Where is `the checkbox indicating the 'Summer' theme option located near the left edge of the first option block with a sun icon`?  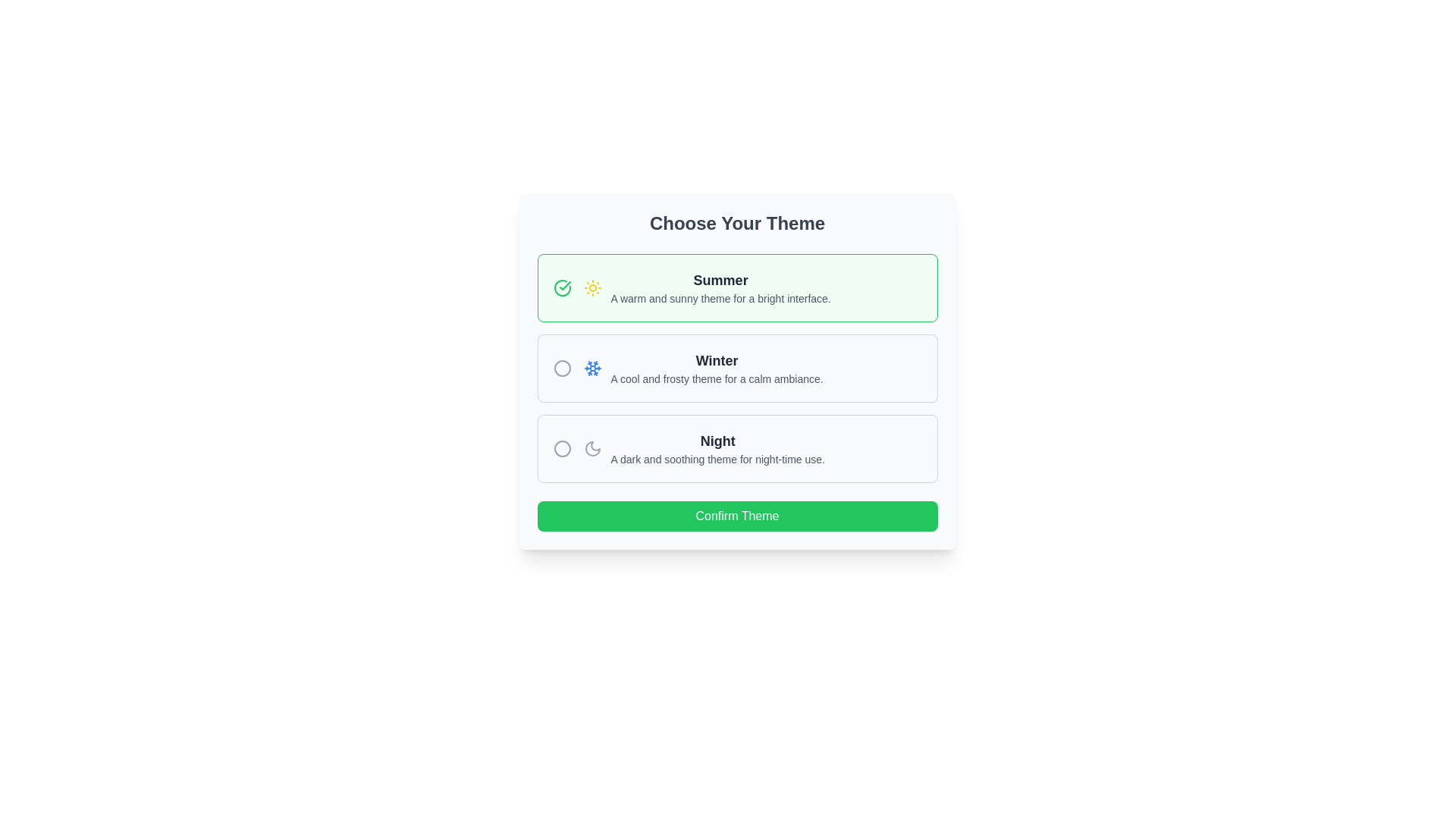
the checkbox indicating the 'Summer' theme option located near the left edge of the first option block with a sun icon is located at coordinates (561, 288).